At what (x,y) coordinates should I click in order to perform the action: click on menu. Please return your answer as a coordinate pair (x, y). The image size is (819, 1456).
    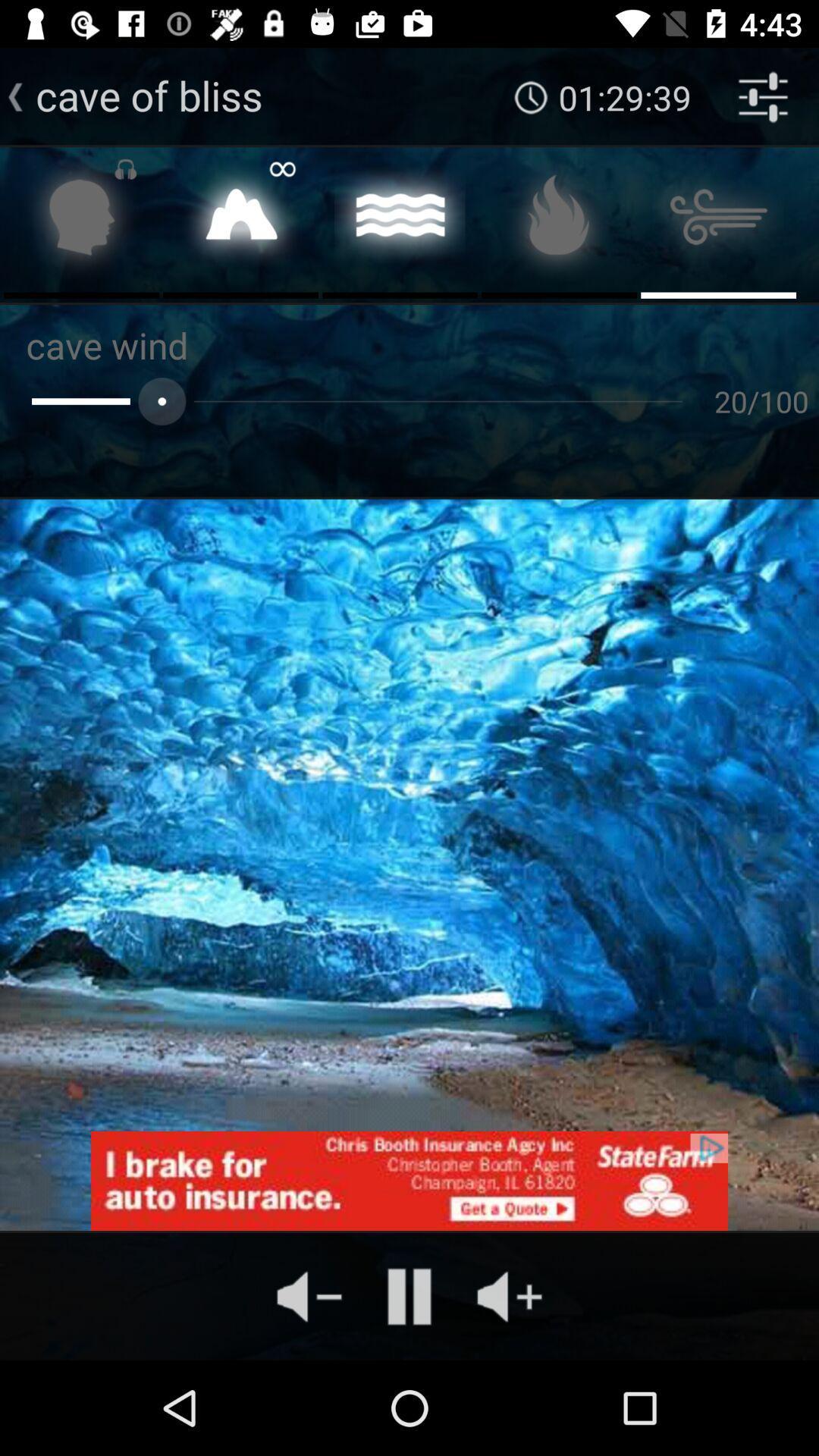
    Looking at the image, I should click on (559, 221).